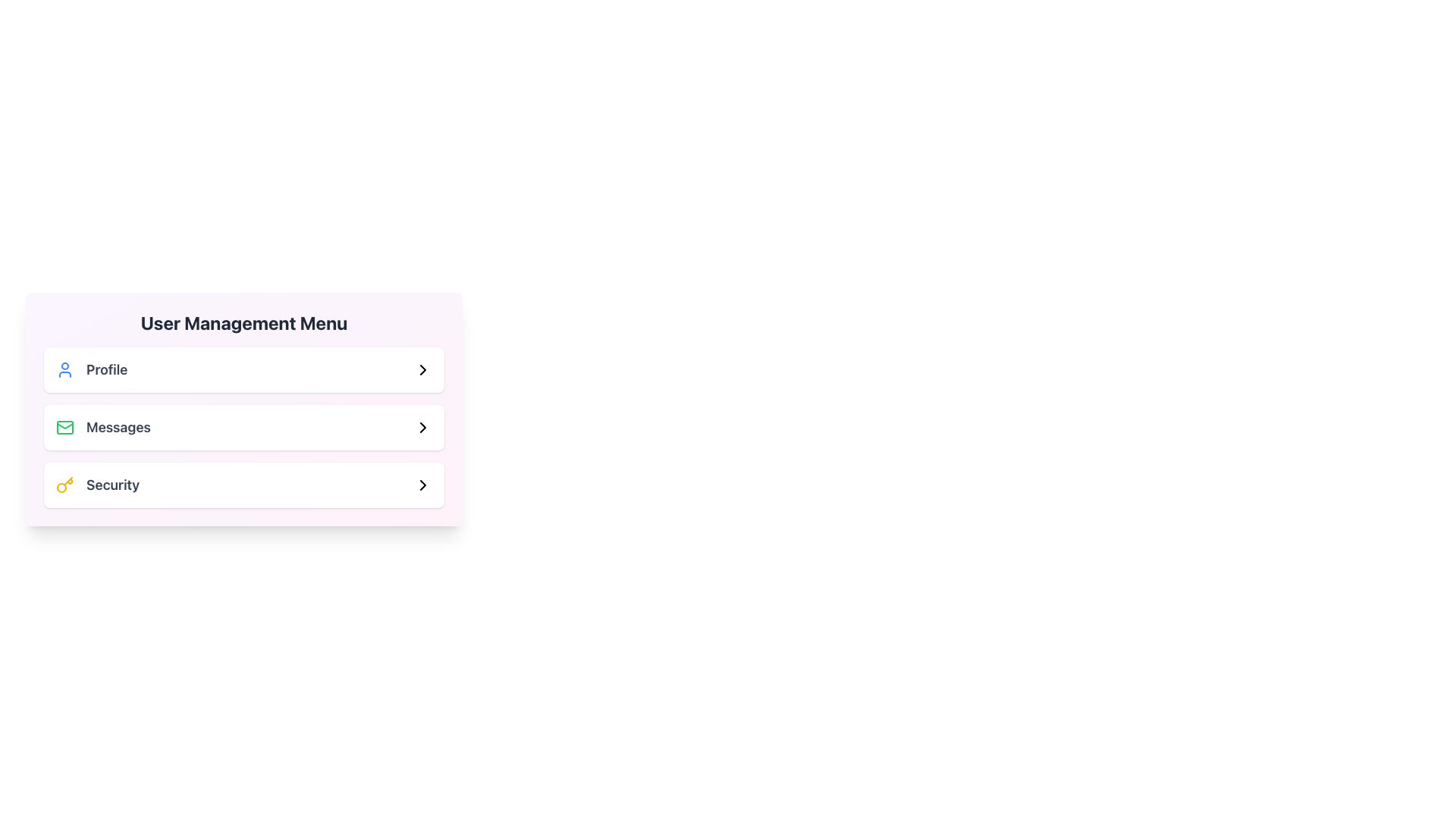 The width and height of the screenshot is (1456, 819). What do you see at coordinates (90, 370) in the screenshot?
I see `the 'Profile' menu item, which consists of a blue user icon and bold gray text labeled 'Profile'` at bounding box center [90, 370].